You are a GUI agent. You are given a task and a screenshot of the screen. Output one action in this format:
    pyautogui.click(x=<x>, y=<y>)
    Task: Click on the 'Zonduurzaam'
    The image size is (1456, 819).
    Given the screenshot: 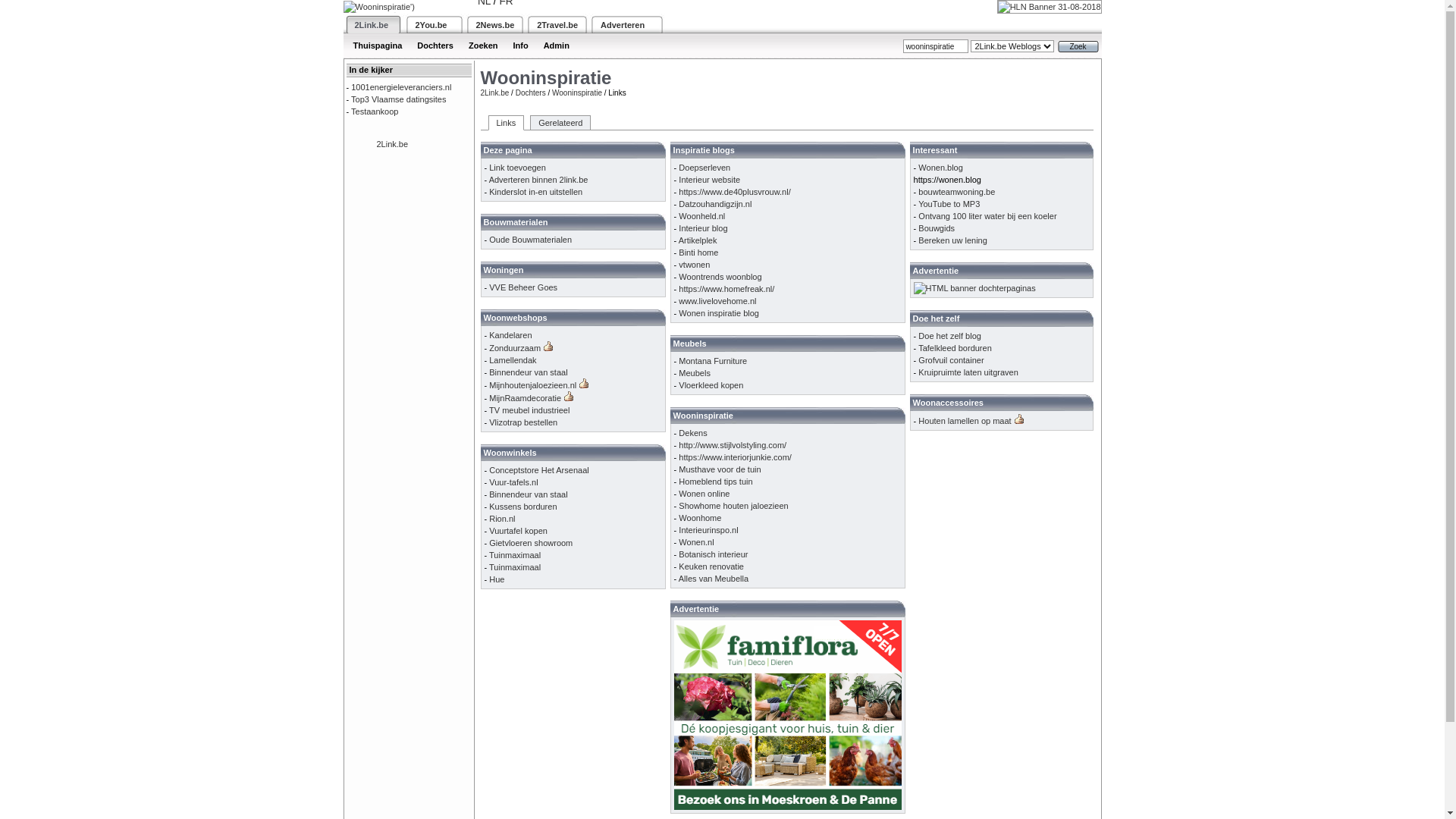 What is the action you would take?
    pyautogui.click(x=514, y=348)
    